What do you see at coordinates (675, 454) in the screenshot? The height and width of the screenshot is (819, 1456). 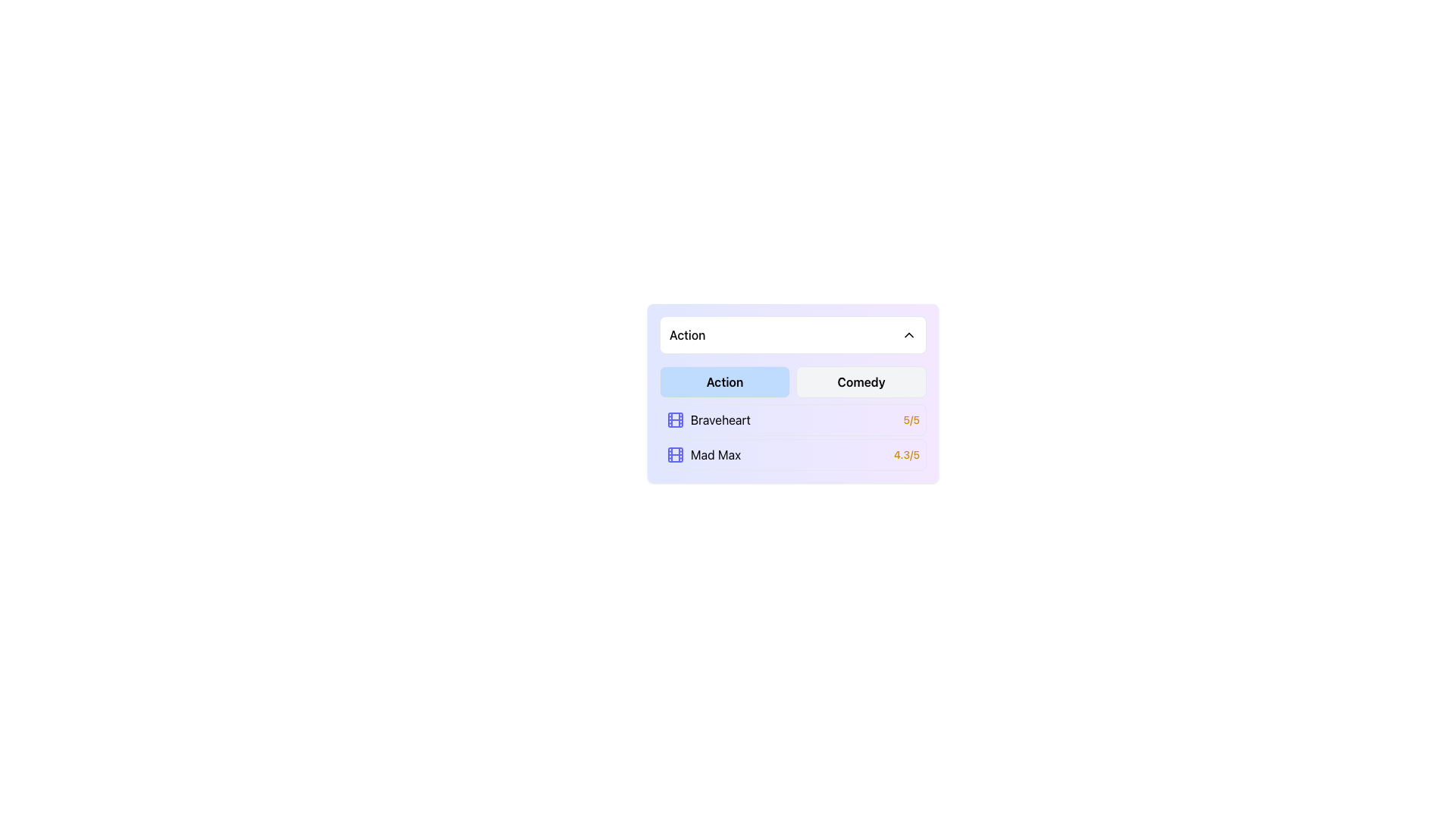 I see `the light blue rectangle with rounded corners that is part of the filmstrip icon located to the left of the 'Mad Max' text in the second row of the list` at bounding box center [675, 454].